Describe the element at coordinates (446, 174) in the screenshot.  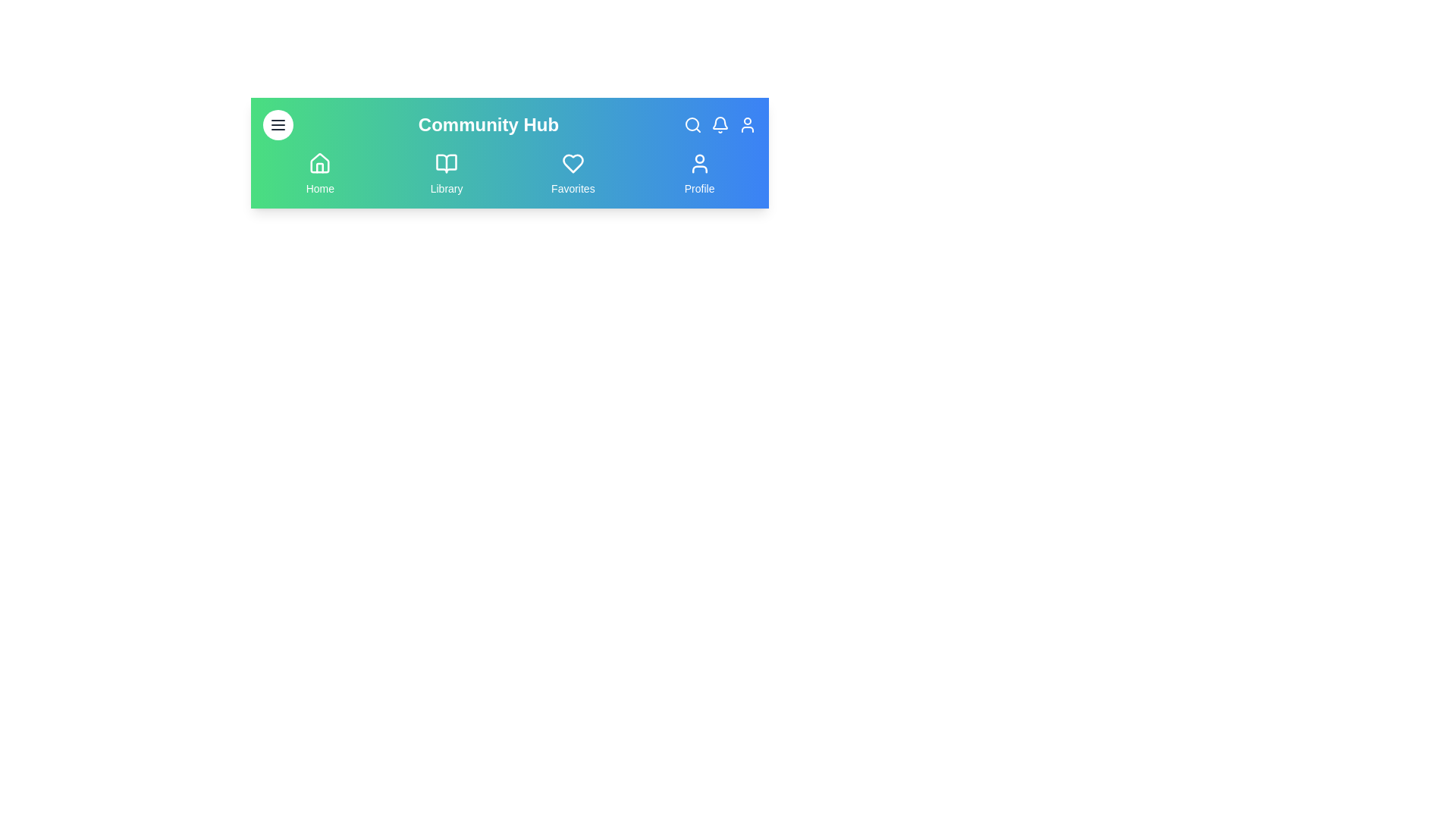
I see `the navigation menu item Library` at that location.